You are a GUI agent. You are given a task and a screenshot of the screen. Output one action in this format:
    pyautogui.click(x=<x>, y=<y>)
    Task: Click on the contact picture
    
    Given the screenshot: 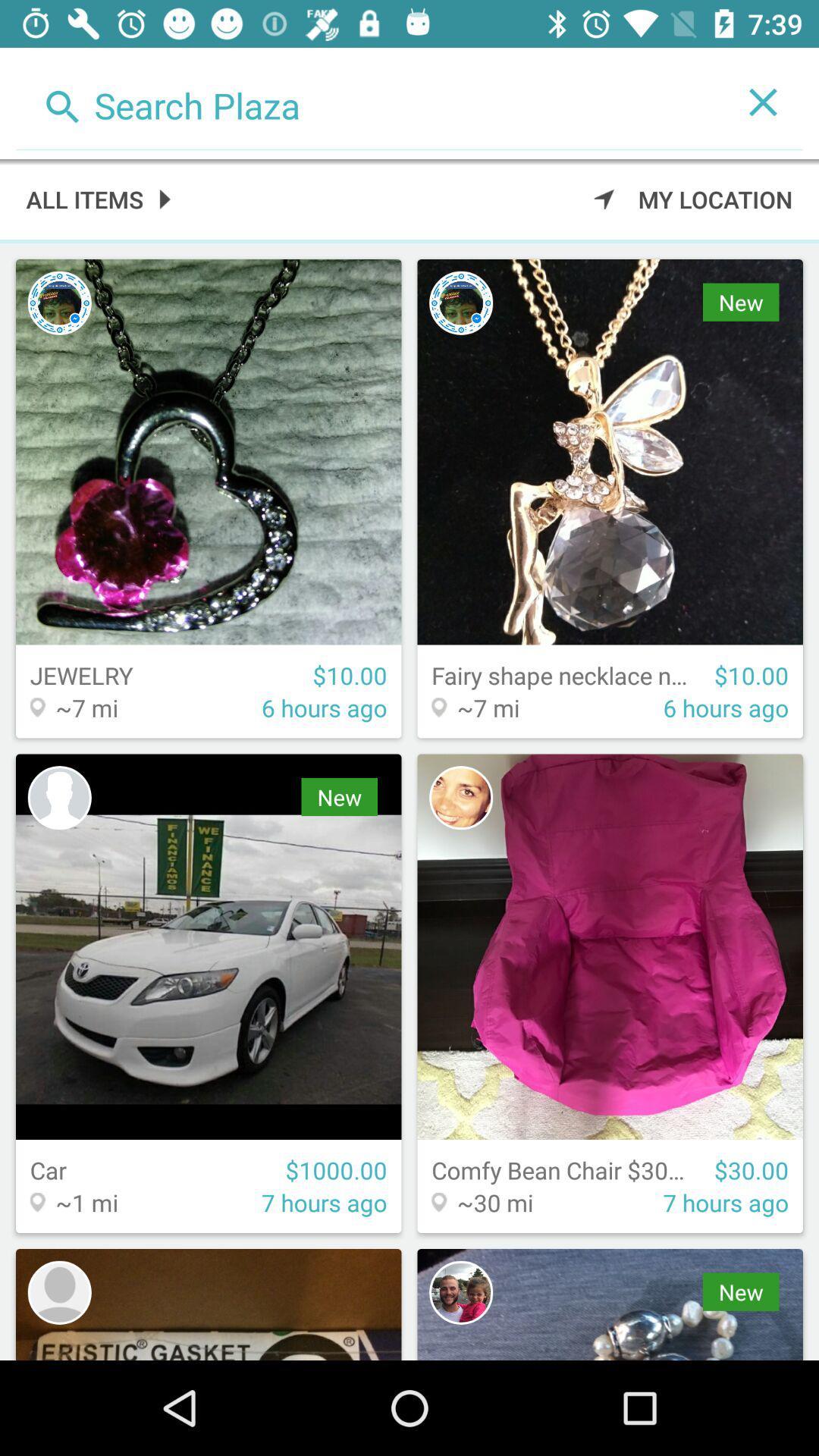 What is the action you would take?
    pyautogui.click(x=460, y=797)
    